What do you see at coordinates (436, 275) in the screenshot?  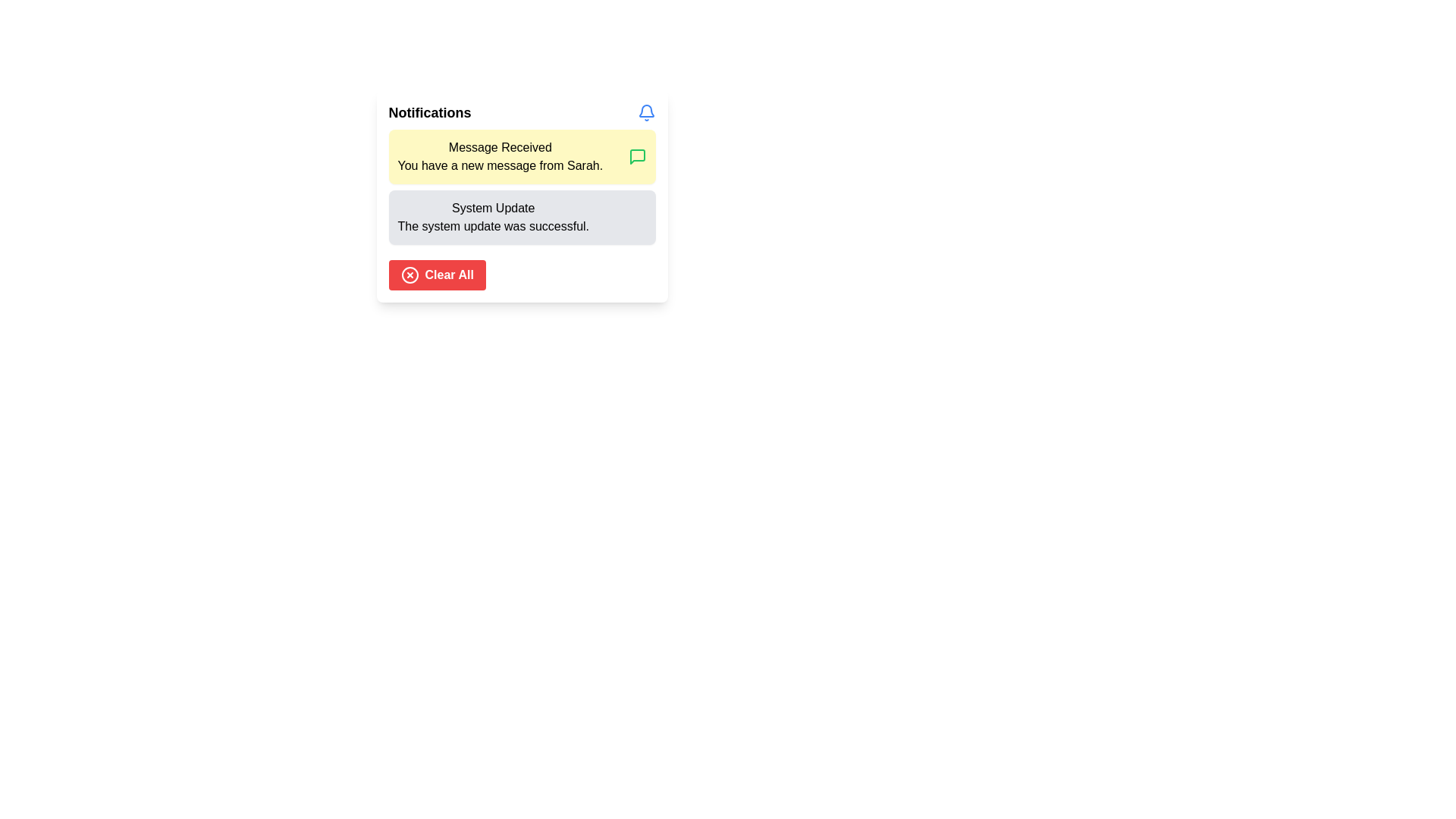 I see `the red button located in the bottom-left corner of the notification card to clear all notifications` at bounding box center [436, 275].